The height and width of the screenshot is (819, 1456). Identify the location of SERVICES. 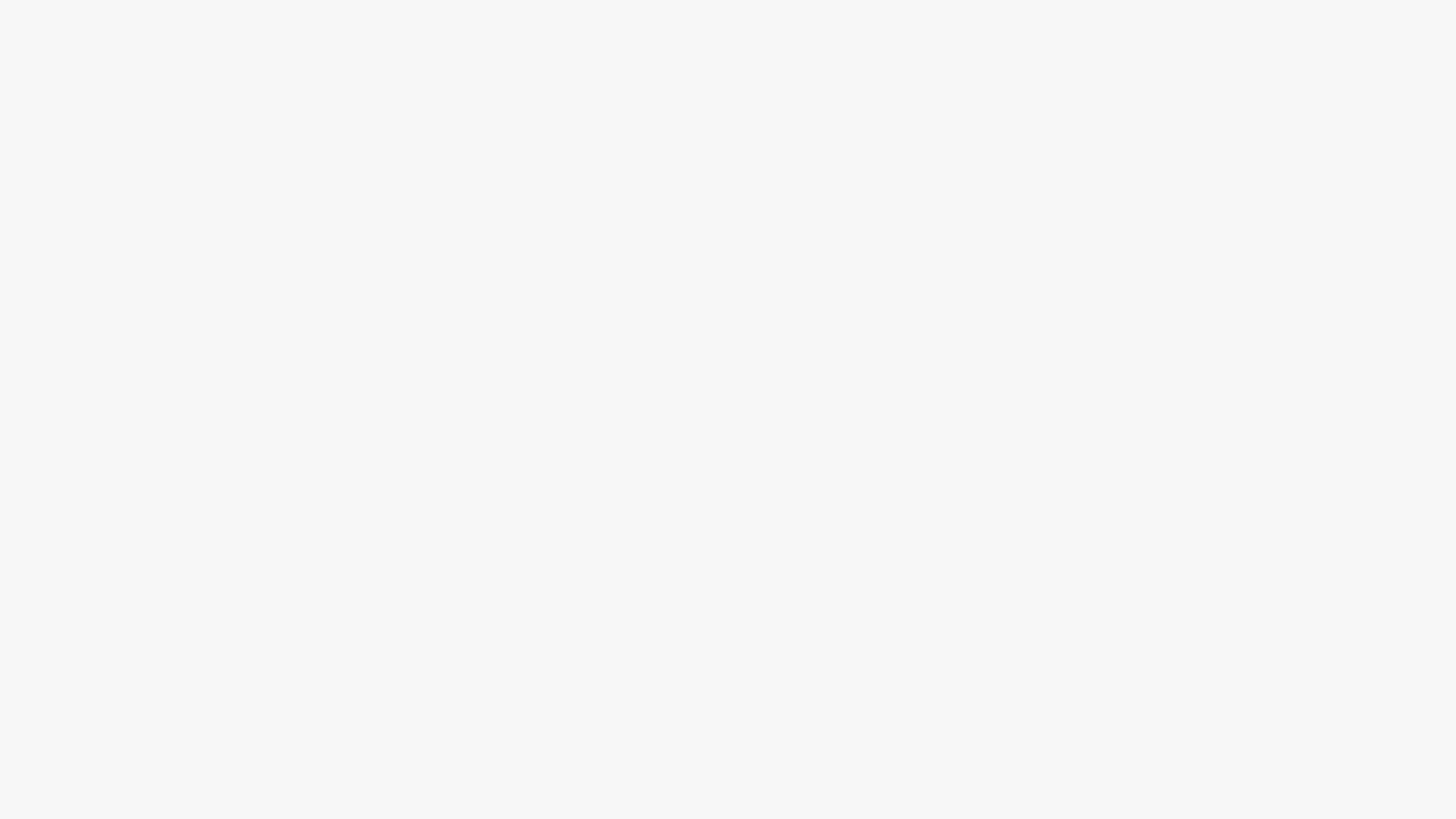
(1031, 33).